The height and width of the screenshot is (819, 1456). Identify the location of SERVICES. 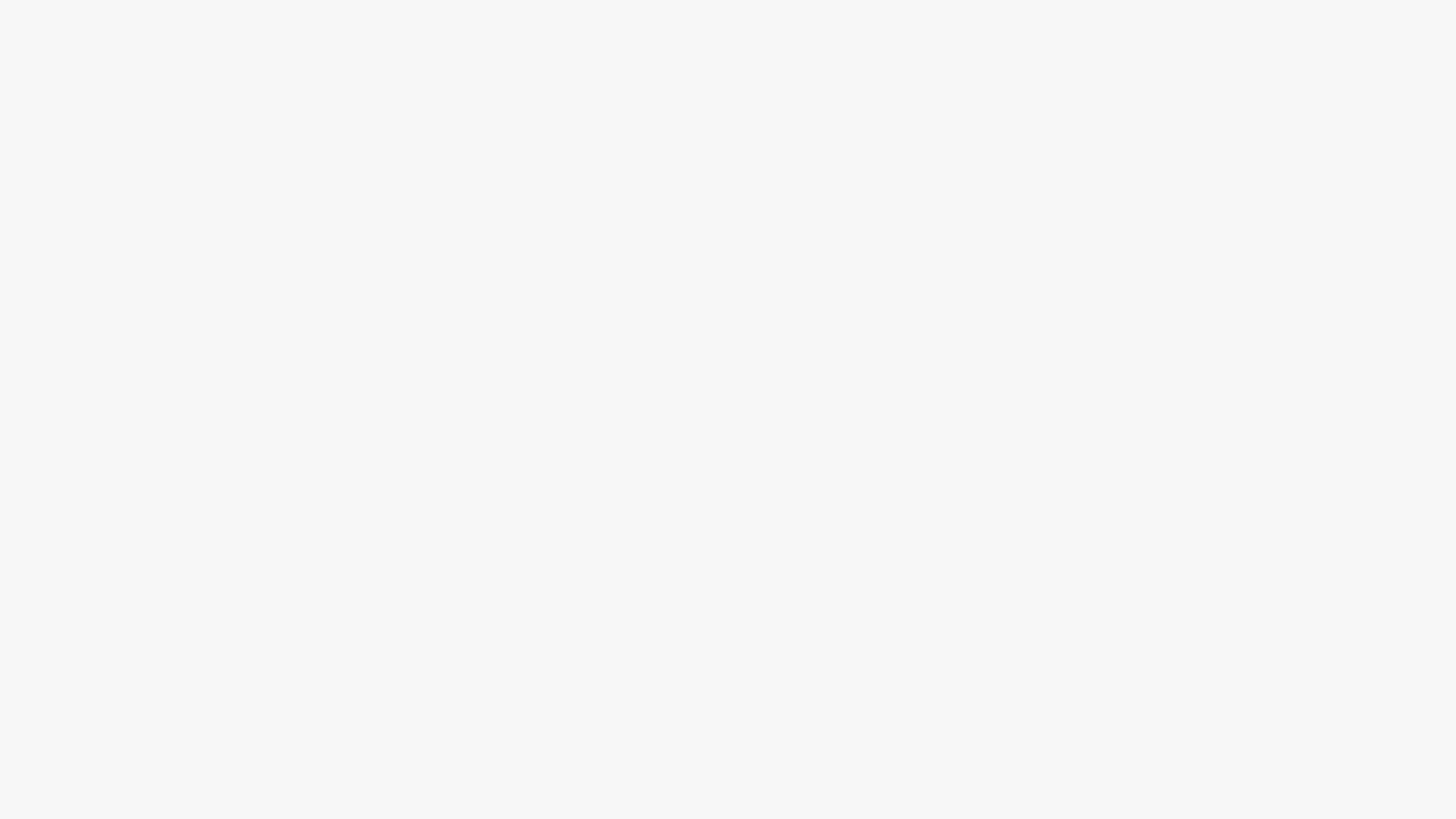
(1031, 33).